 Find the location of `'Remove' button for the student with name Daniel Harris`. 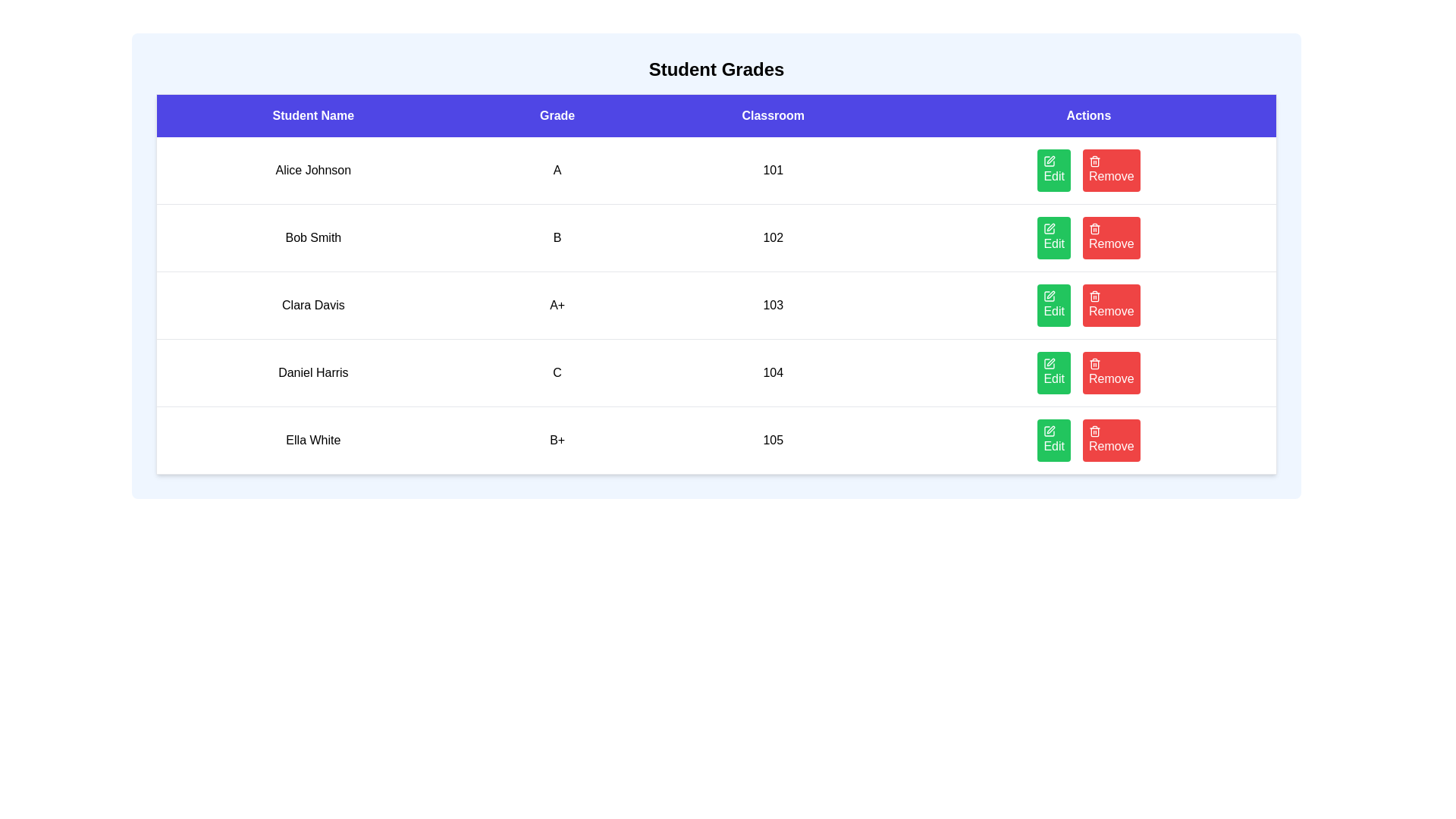

'Remove' button for the student with name Daniel Harris is located at coordinates (1111, 373).